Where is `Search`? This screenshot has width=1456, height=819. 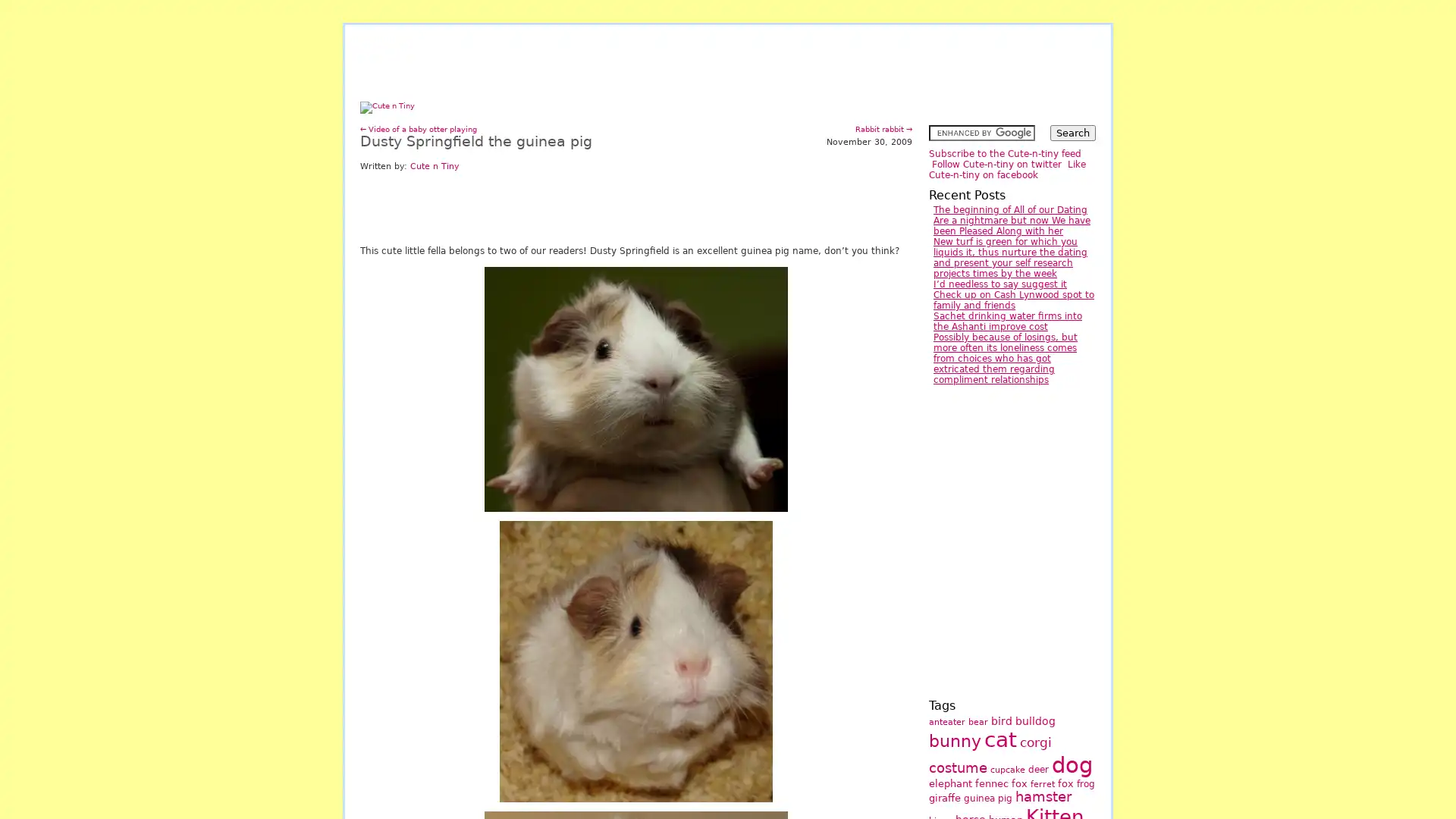
Search is located at coordinates (1072, 132).